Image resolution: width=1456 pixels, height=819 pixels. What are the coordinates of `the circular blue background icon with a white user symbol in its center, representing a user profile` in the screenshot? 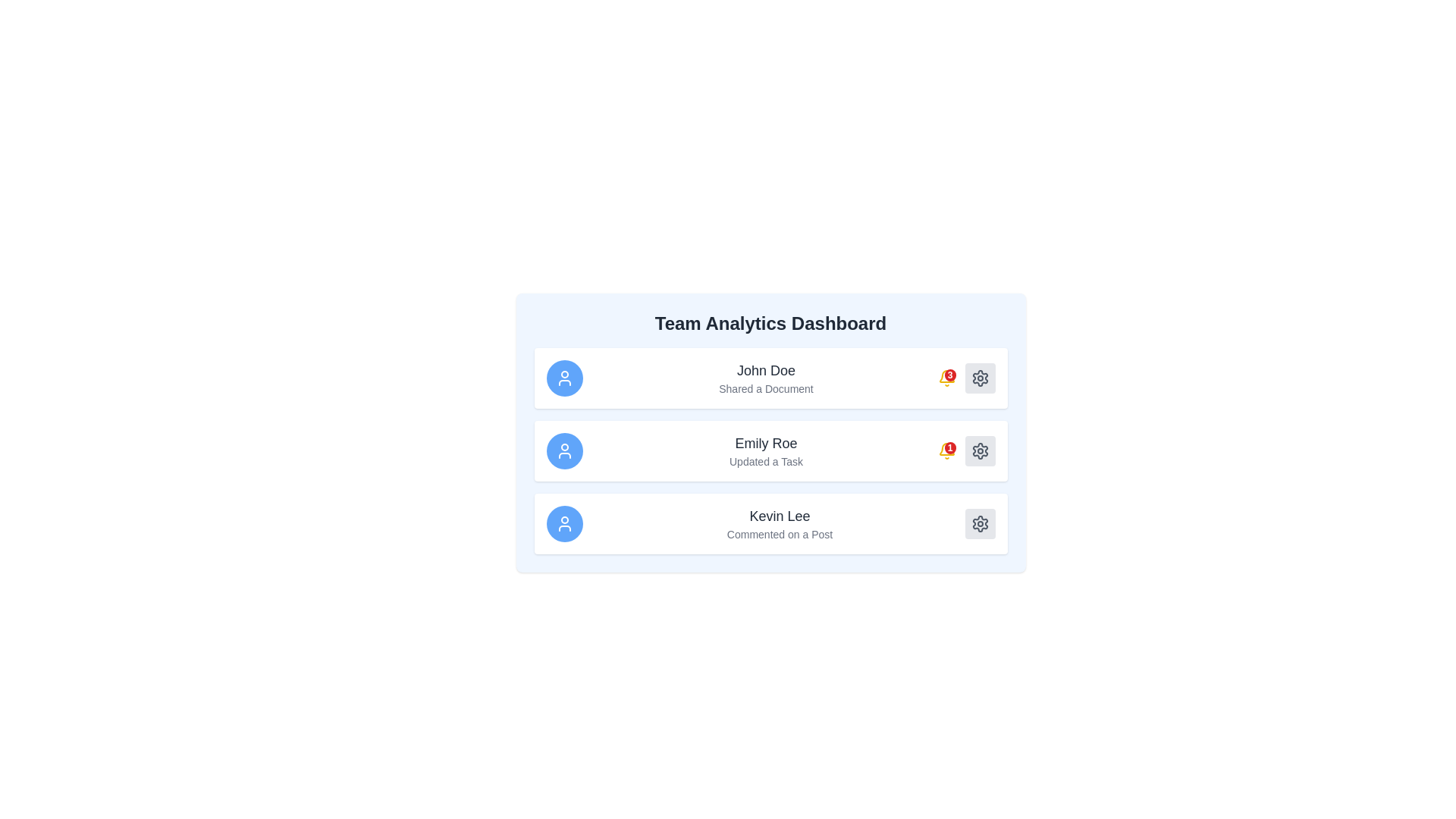 It's located at (563, 377).